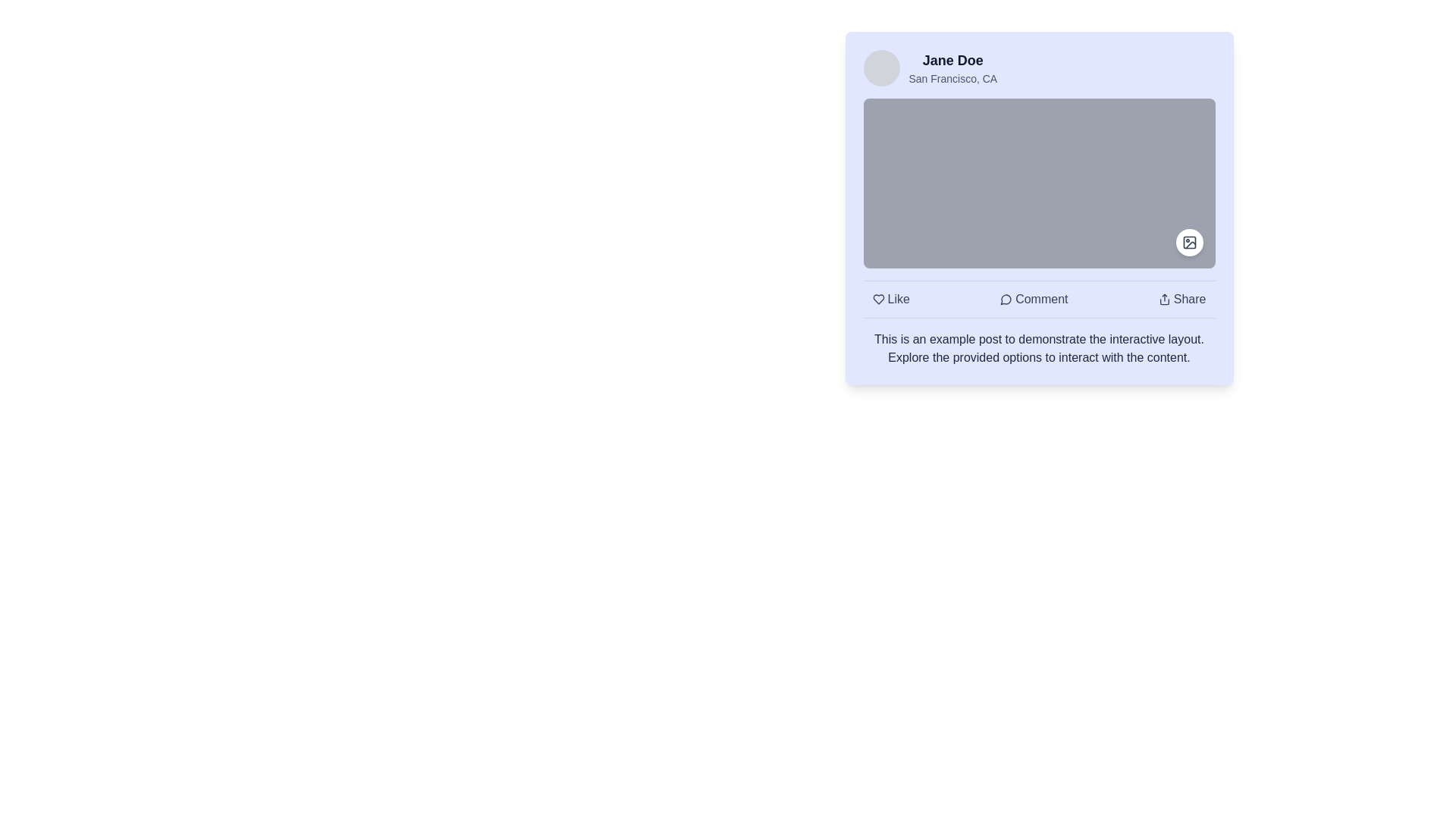  I want to click on the heart icon representing the 'like' action button located below the post in the action options area, so click(878, 299).